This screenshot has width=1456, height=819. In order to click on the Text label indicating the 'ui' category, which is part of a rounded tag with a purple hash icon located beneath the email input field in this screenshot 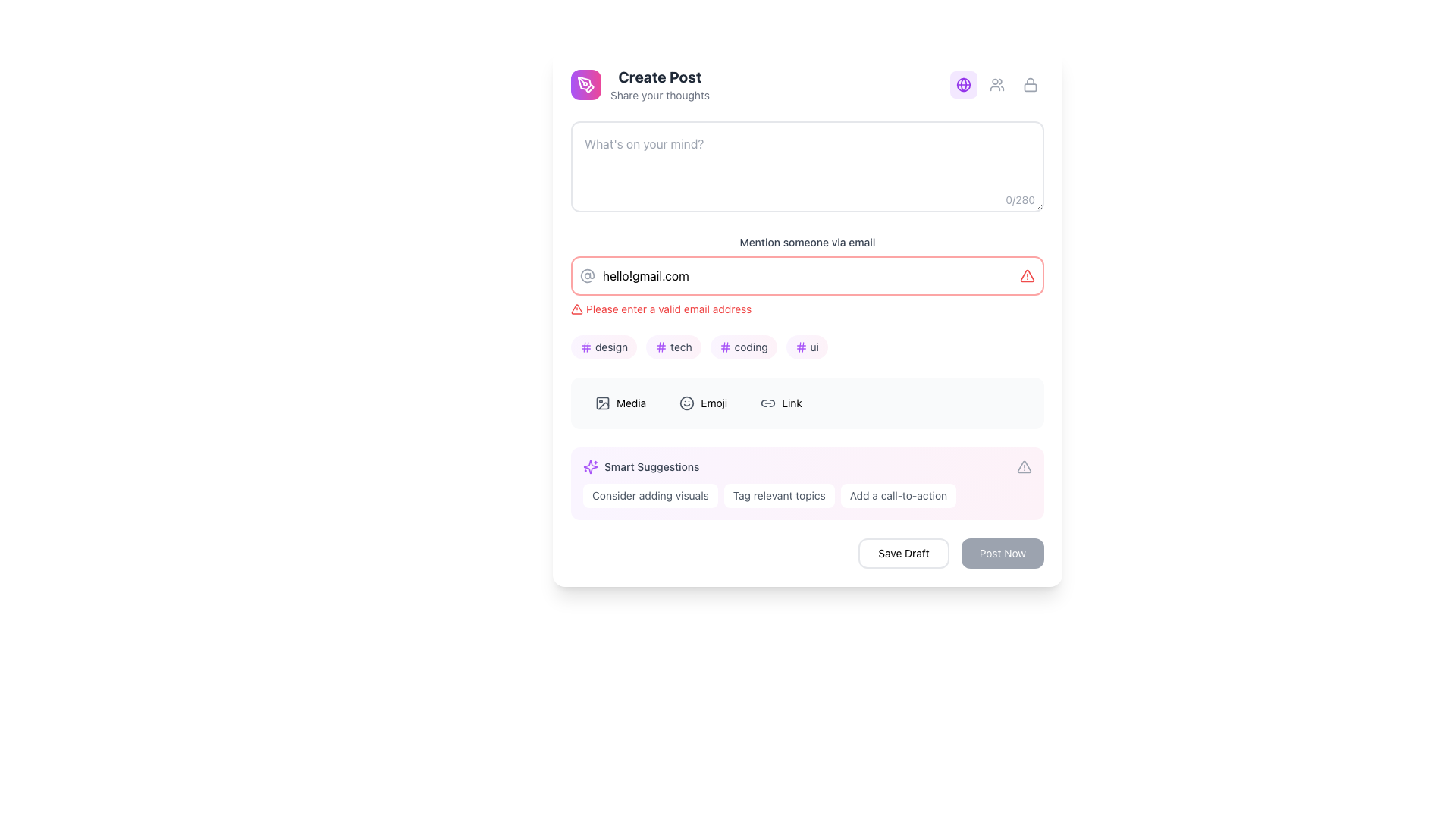, I will do `click(814, 347)`.